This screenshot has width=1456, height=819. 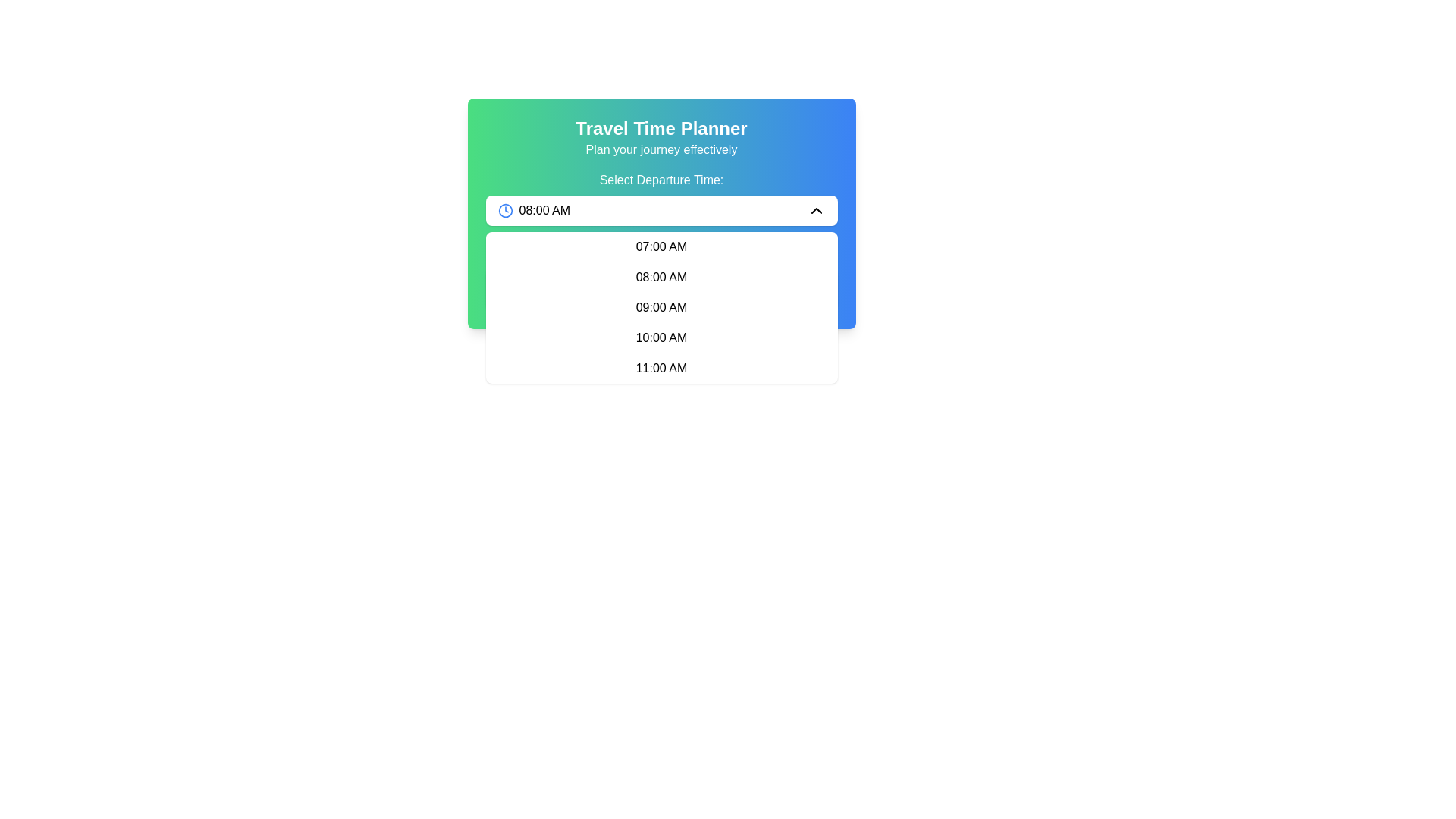 What do you see at coordinates (661, 198) in the screenshot?
I see `the dropdown menu labeled 'Select Departure Time:'` at bounding box center [661, 198].